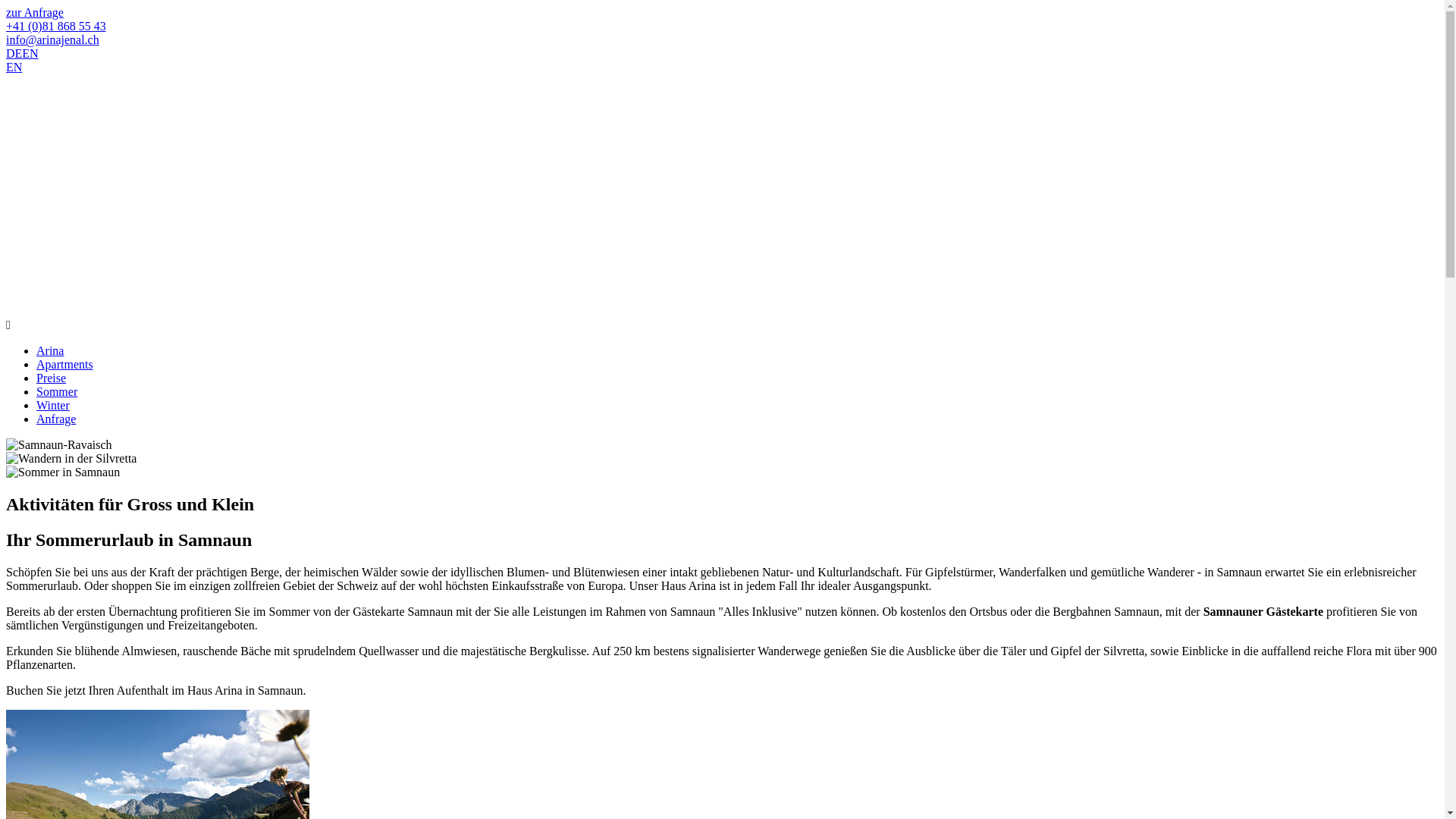  Describe the element at coordinates (55, 26) in the screenshot. I see `'+41 (0)81 868 55 43'` at that location.